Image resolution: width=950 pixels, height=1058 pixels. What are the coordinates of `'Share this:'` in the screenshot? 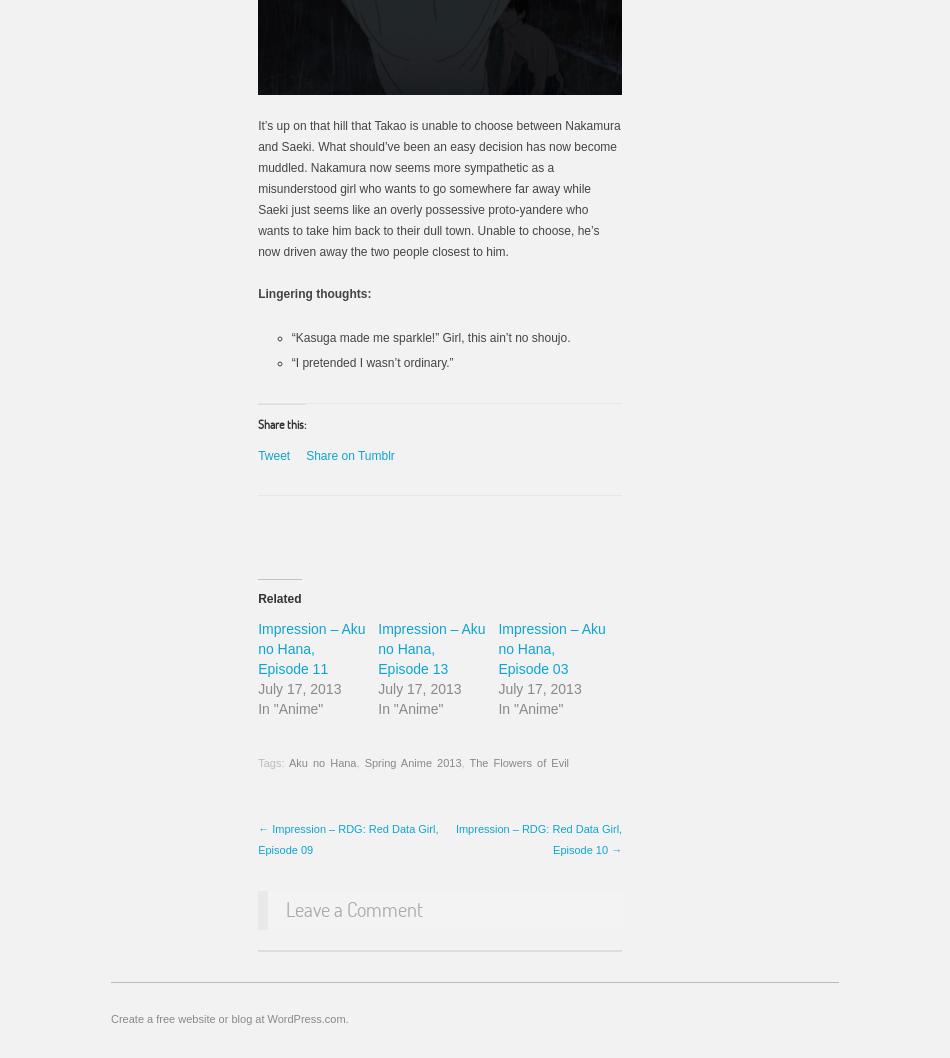 It's located at (280, 424).